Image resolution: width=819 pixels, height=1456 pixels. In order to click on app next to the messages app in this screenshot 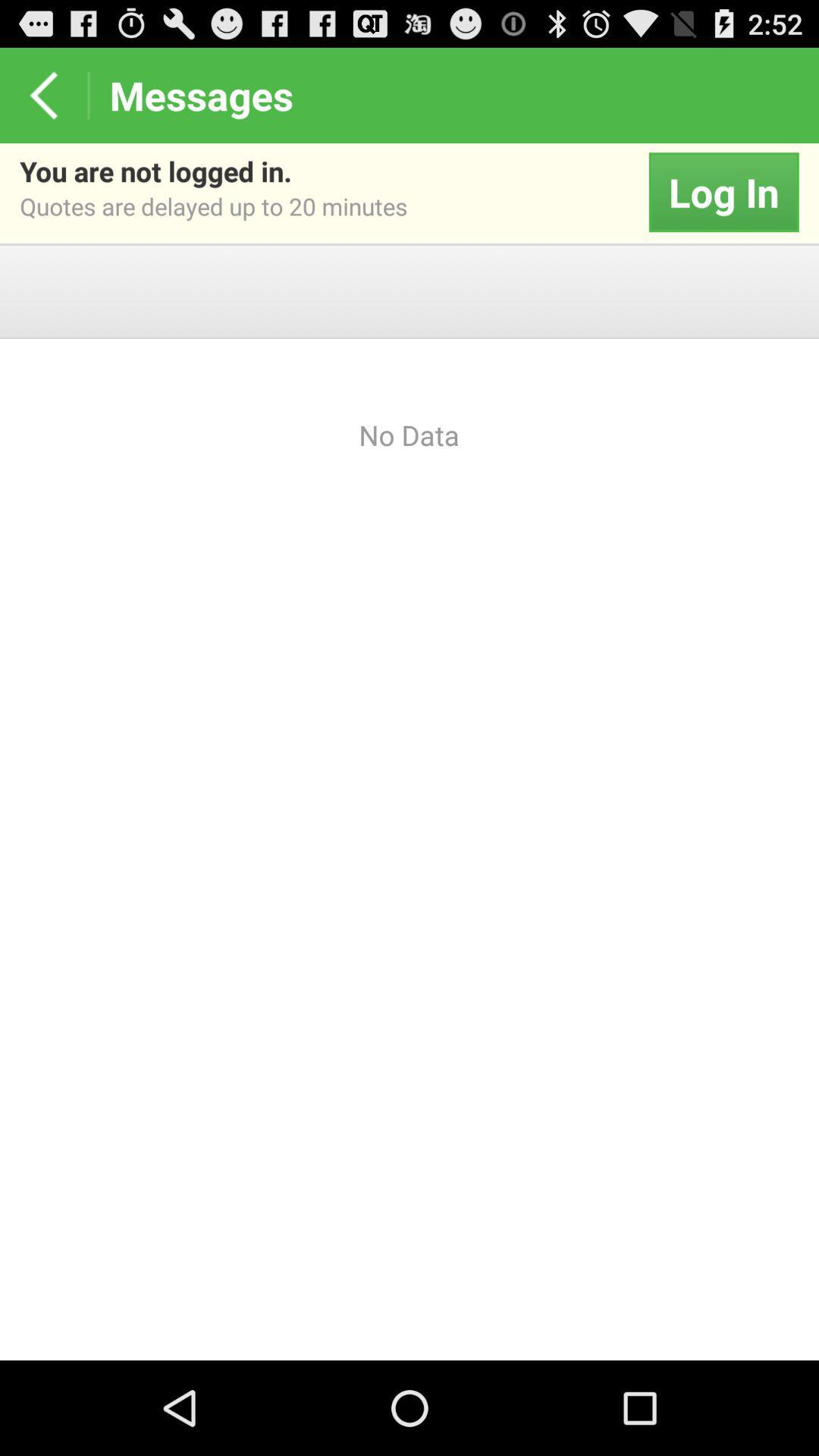, I will do `click(42, 94)`.